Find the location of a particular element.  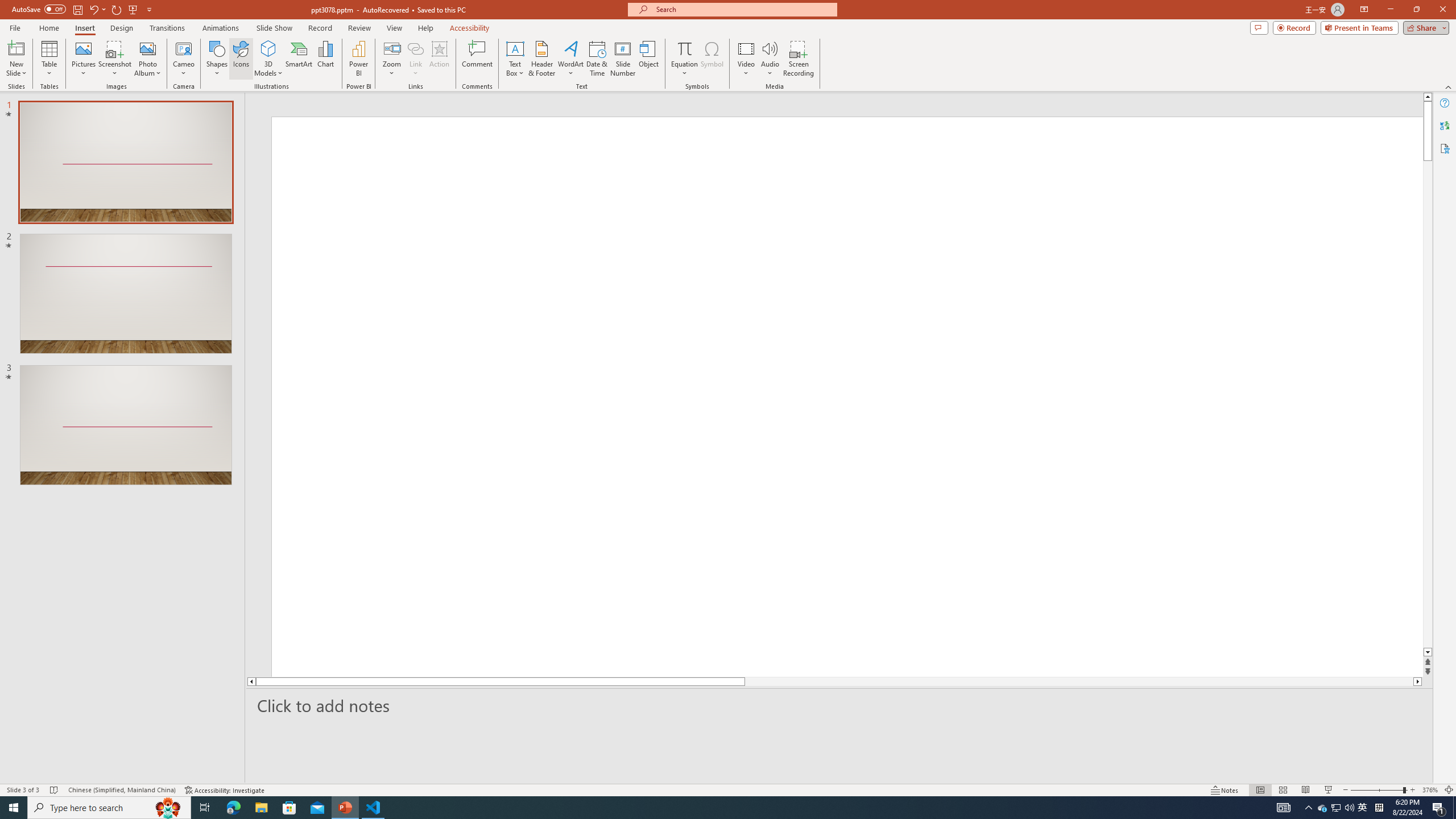

'3D Models' is located at coordinates (268, 48).